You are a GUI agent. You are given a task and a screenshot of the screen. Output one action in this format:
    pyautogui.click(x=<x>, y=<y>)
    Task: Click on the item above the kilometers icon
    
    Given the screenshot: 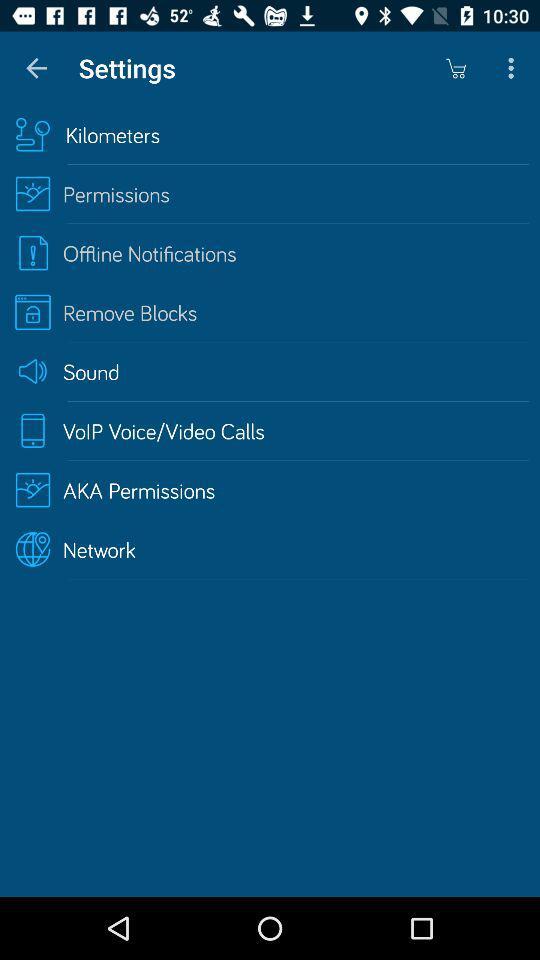 What is the action you would take?
    pyautogui.click(x=455, y=68)
    